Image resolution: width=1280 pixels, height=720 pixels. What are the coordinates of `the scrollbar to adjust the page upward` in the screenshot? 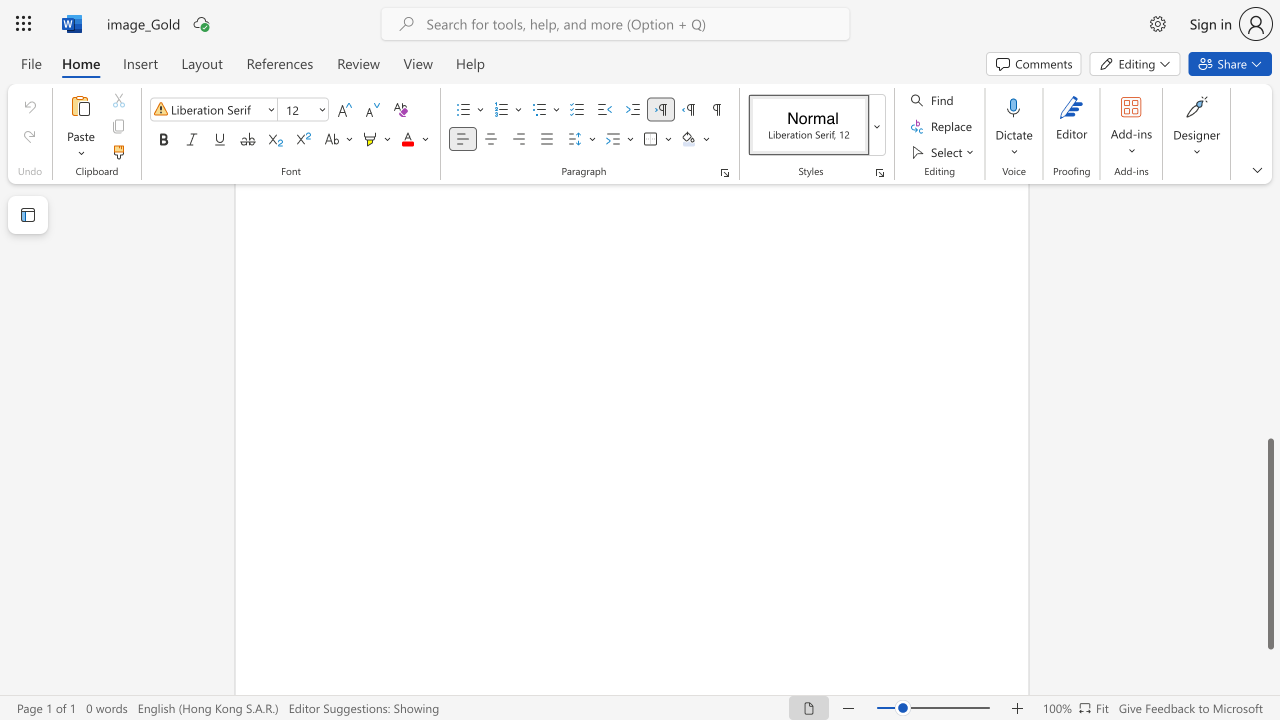 It's located at (1269, 228).